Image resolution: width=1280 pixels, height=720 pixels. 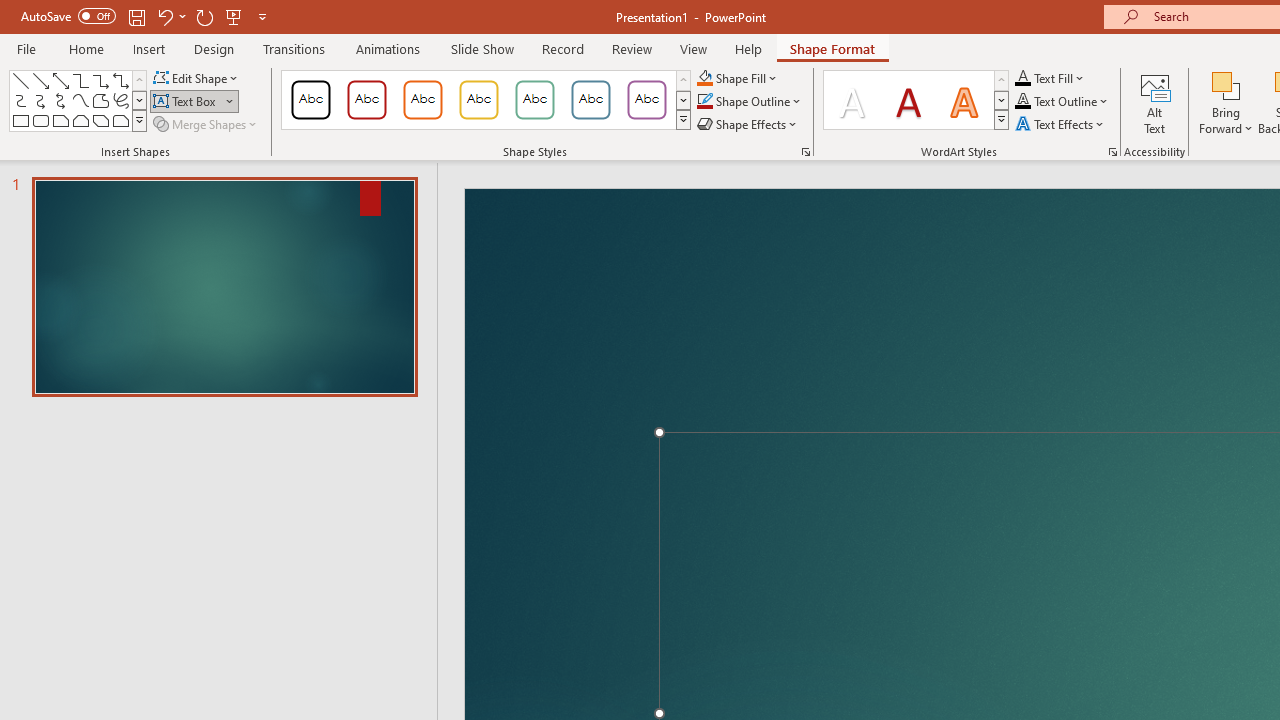 I want to click on 'Text Outline RGB(0, 0, 0)', so click(x=1023, y=101).